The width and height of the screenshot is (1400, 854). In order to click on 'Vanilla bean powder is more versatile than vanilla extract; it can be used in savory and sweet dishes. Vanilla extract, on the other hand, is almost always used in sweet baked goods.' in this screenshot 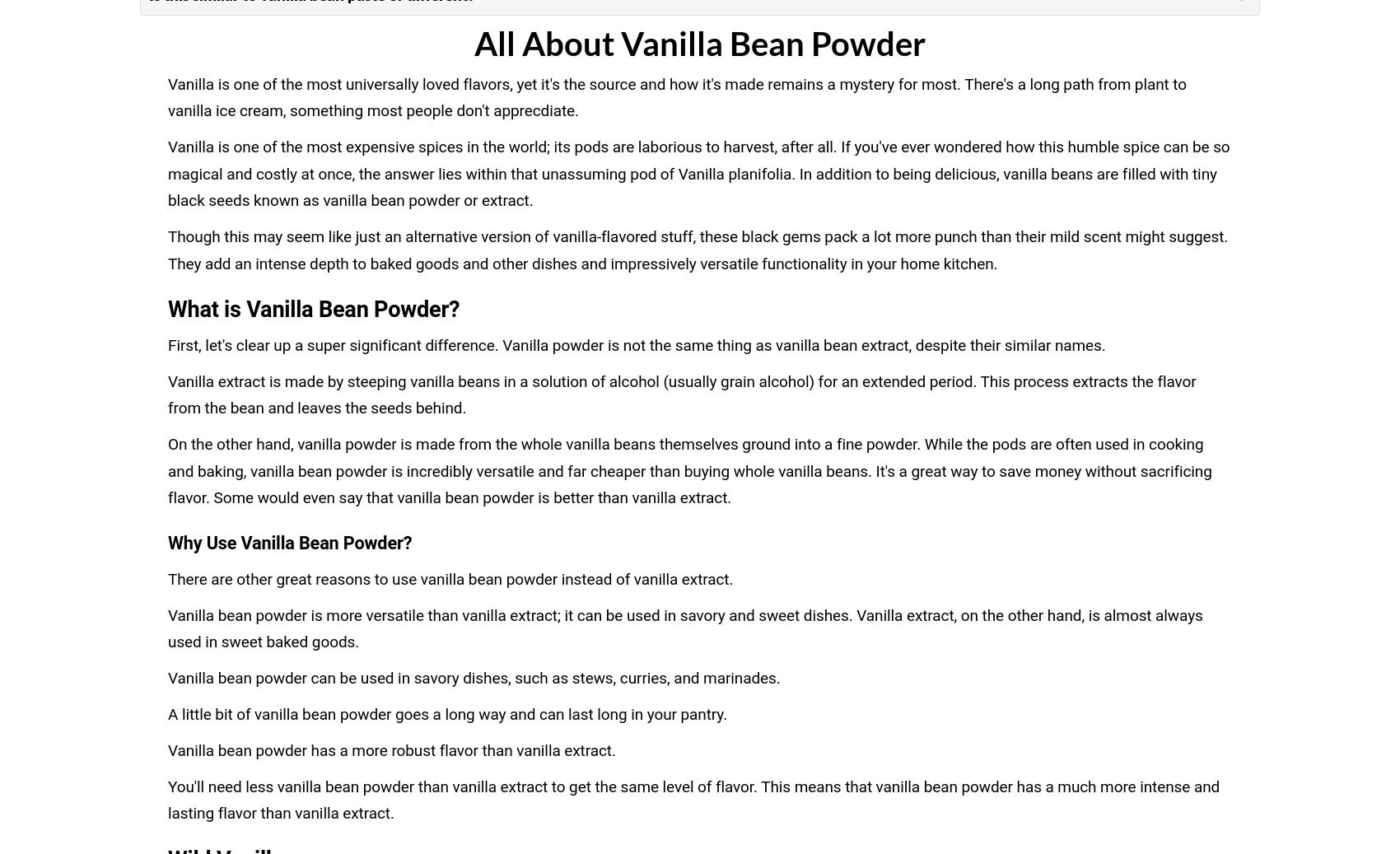, I will do `click(684, 628)`.